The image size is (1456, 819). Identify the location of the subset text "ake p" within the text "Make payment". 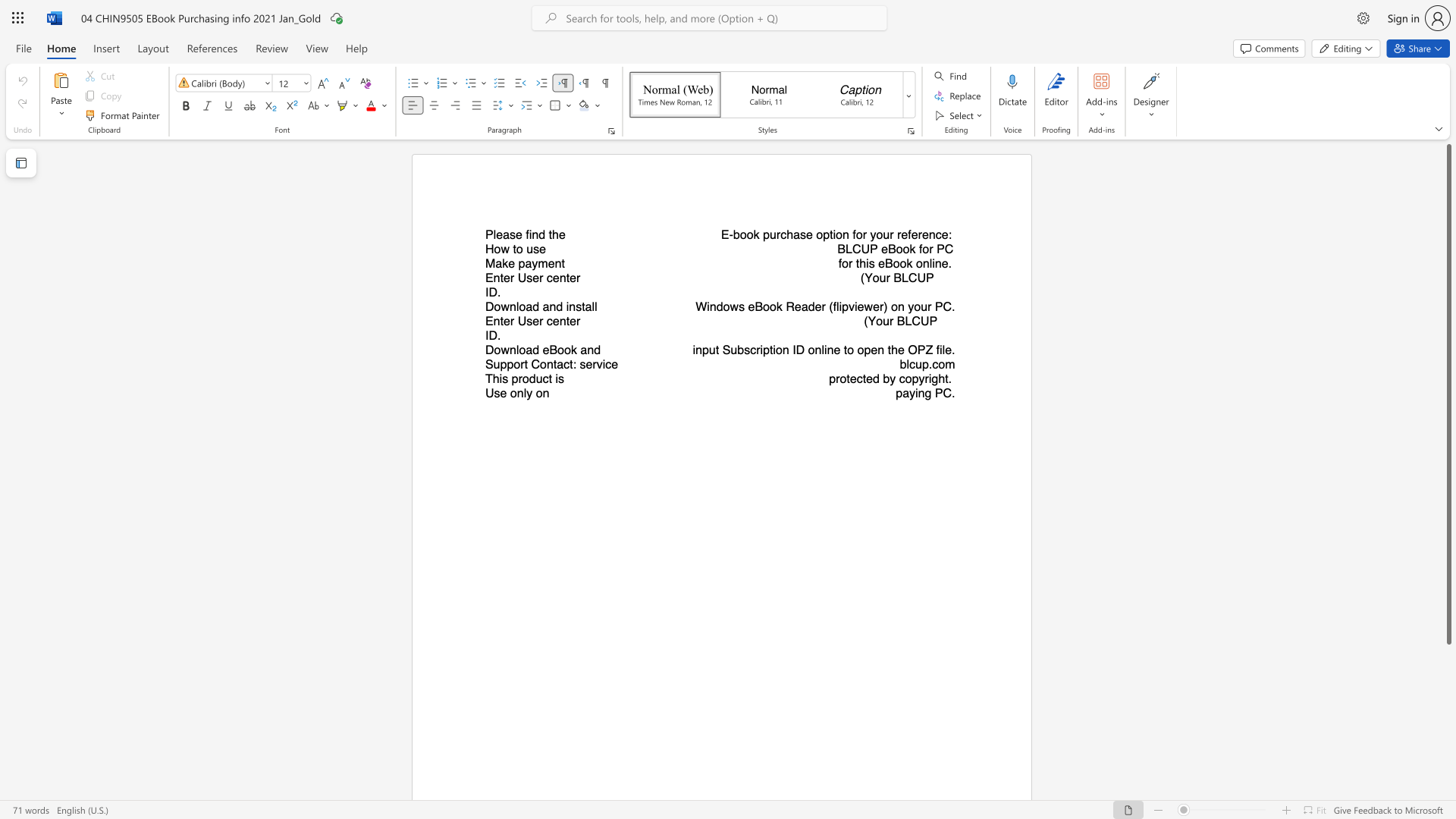
(495, 262).